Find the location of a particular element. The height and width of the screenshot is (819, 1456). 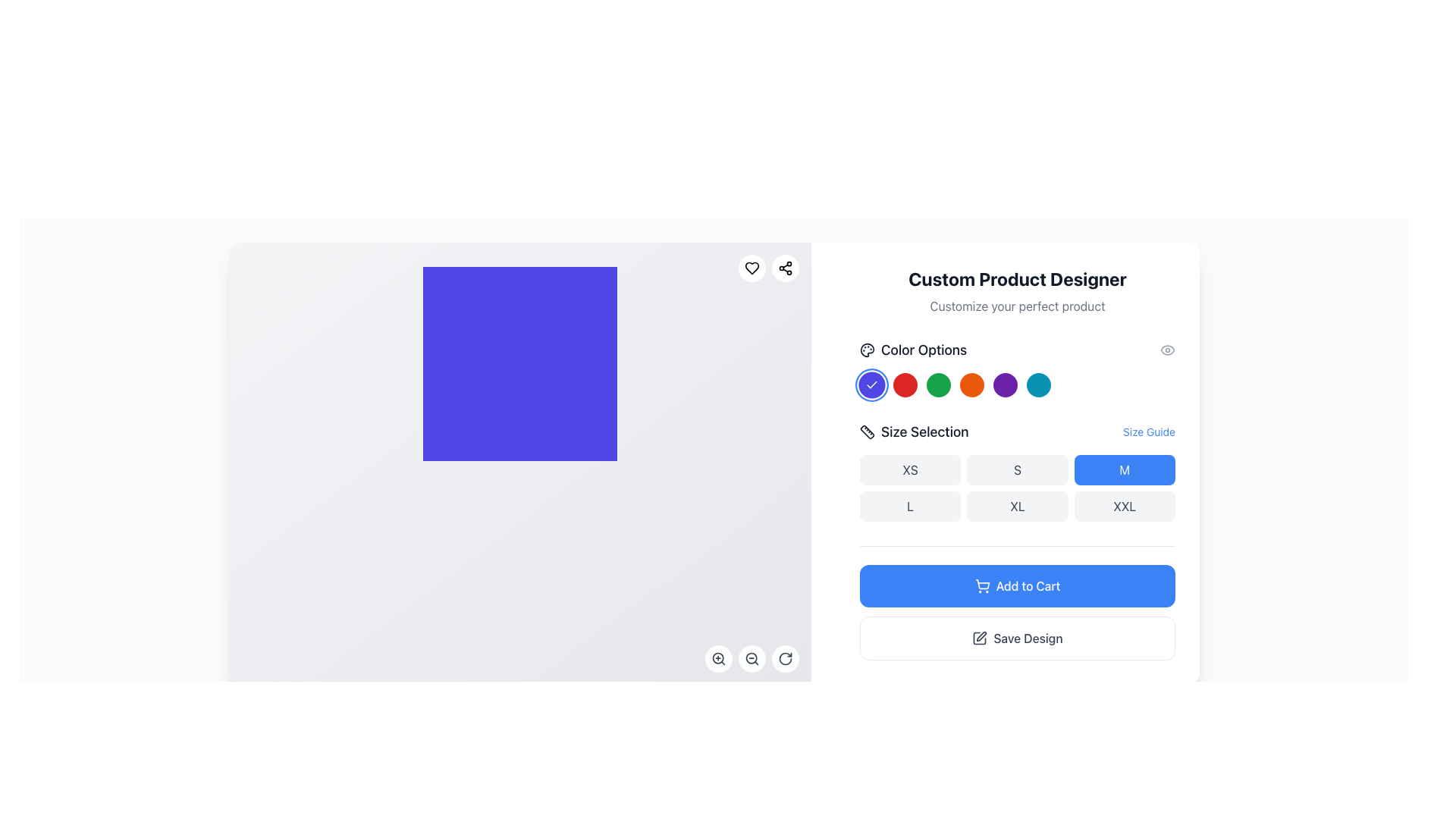

the heart icon located near the top-left corner of the interface is located at coordinates (752, 268).